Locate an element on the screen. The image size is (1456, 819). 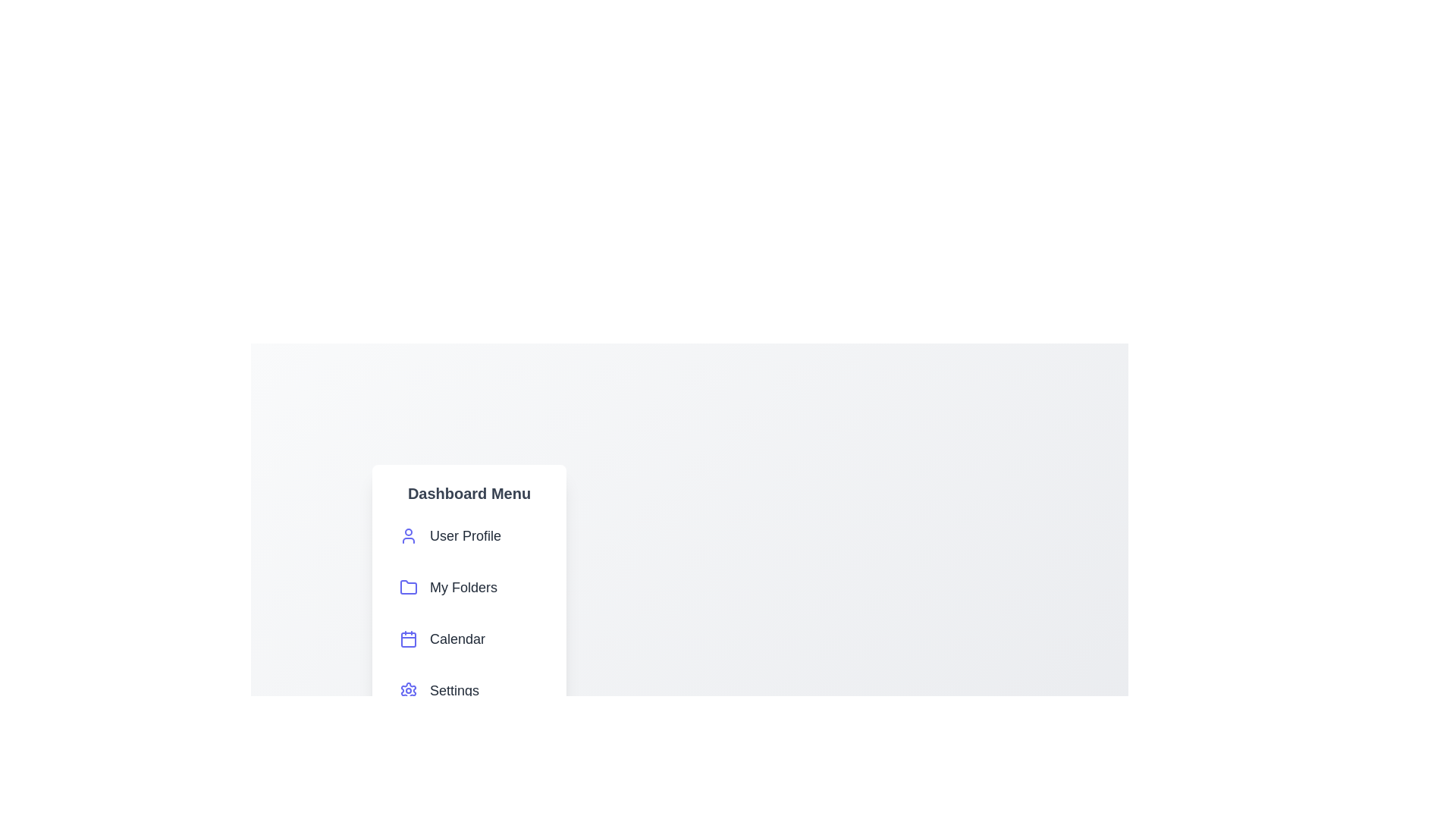
the 'Calendar' menu item is located at coordinates (469, 639).